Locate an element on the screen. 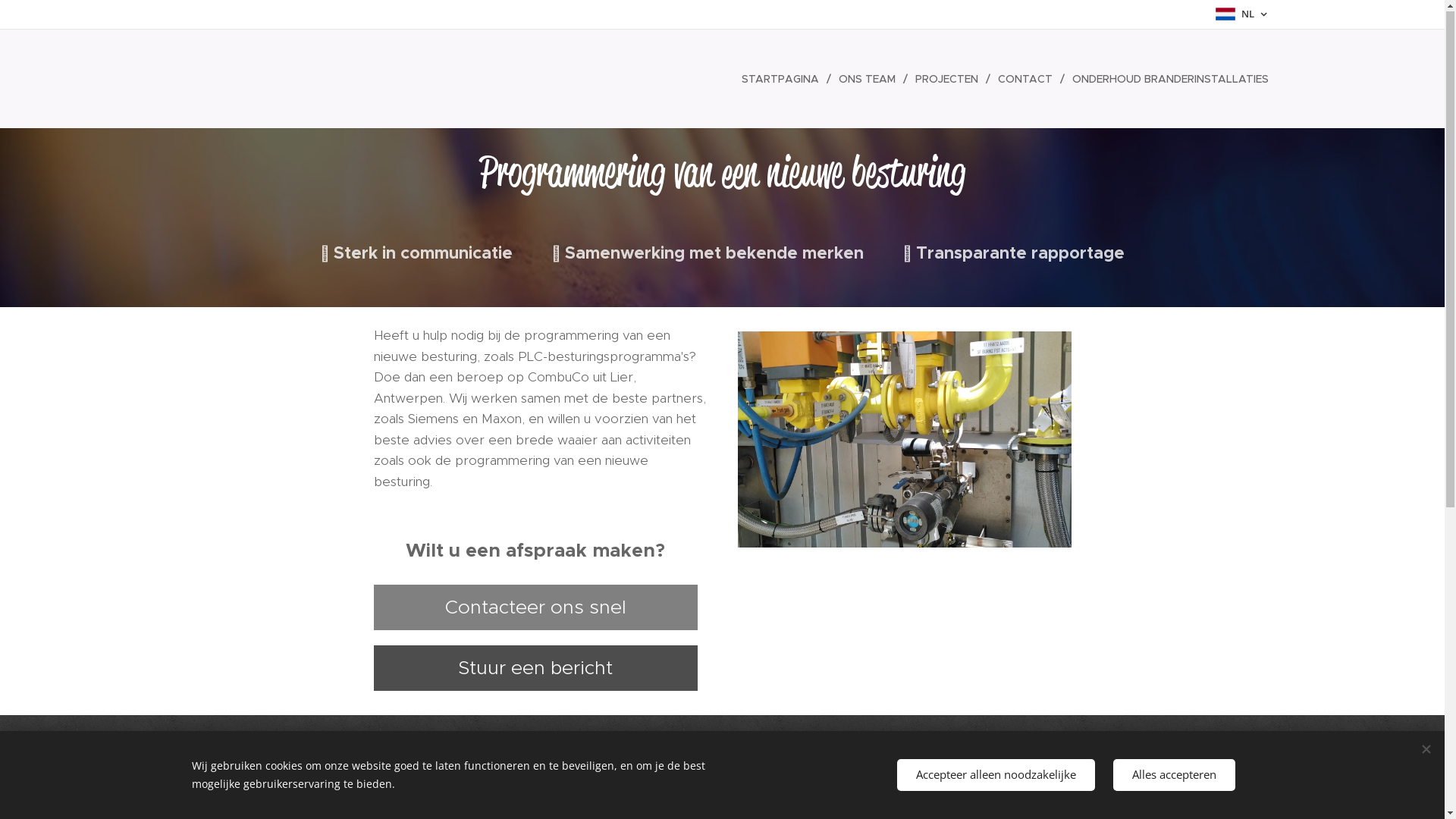 Image resolution: width=1456 pixels, height=819 pixels. 'Accepteer alleen noodzakelijke' is located at coordinates (995, 775).